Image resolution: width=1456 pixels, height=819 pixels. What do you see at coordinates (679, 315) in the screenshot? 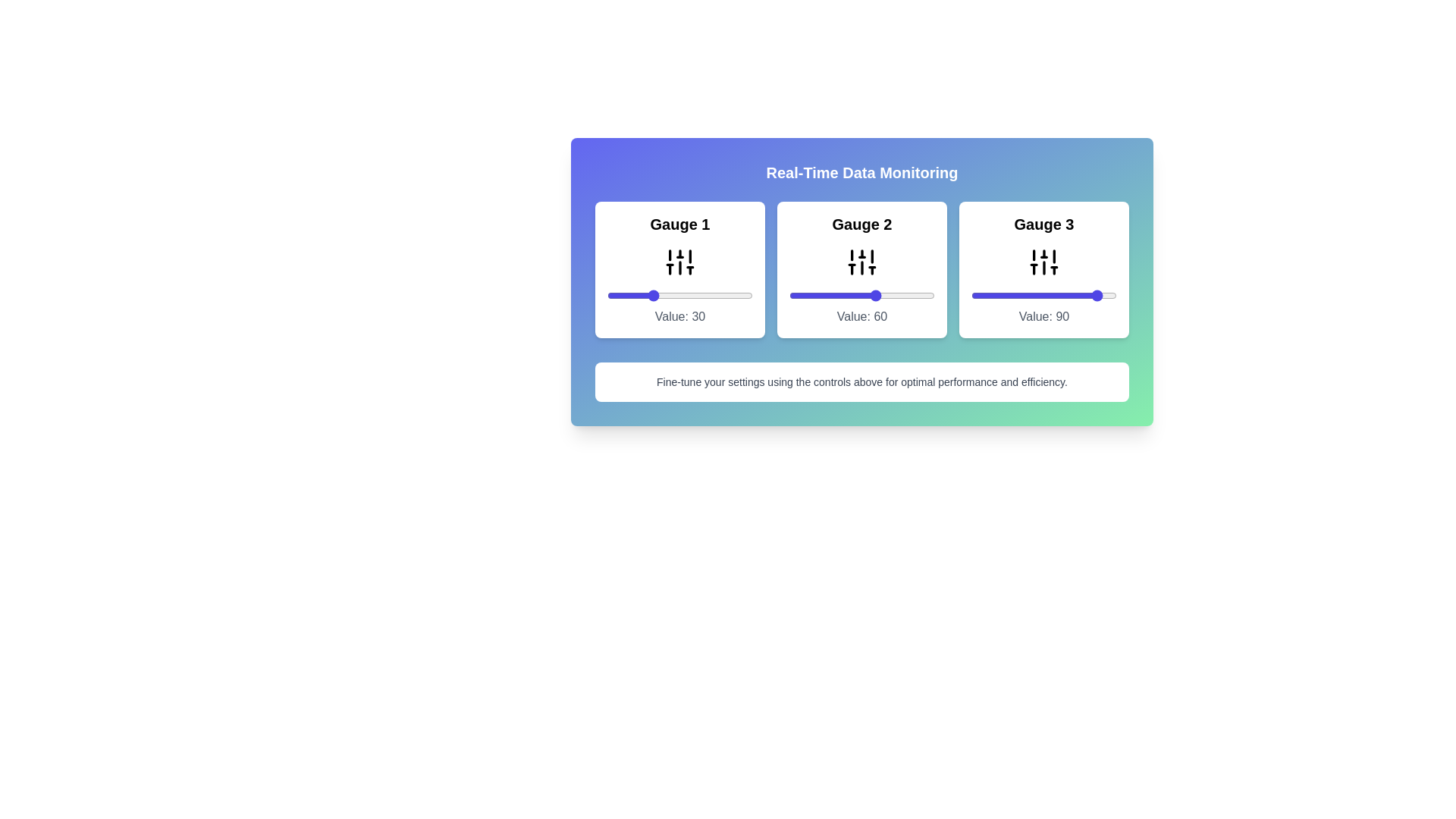
I see `the Text Label displaying the current value of the associated slider control located at the bottom of the 'Gauge 1' card` at bounding box center [679, 315].